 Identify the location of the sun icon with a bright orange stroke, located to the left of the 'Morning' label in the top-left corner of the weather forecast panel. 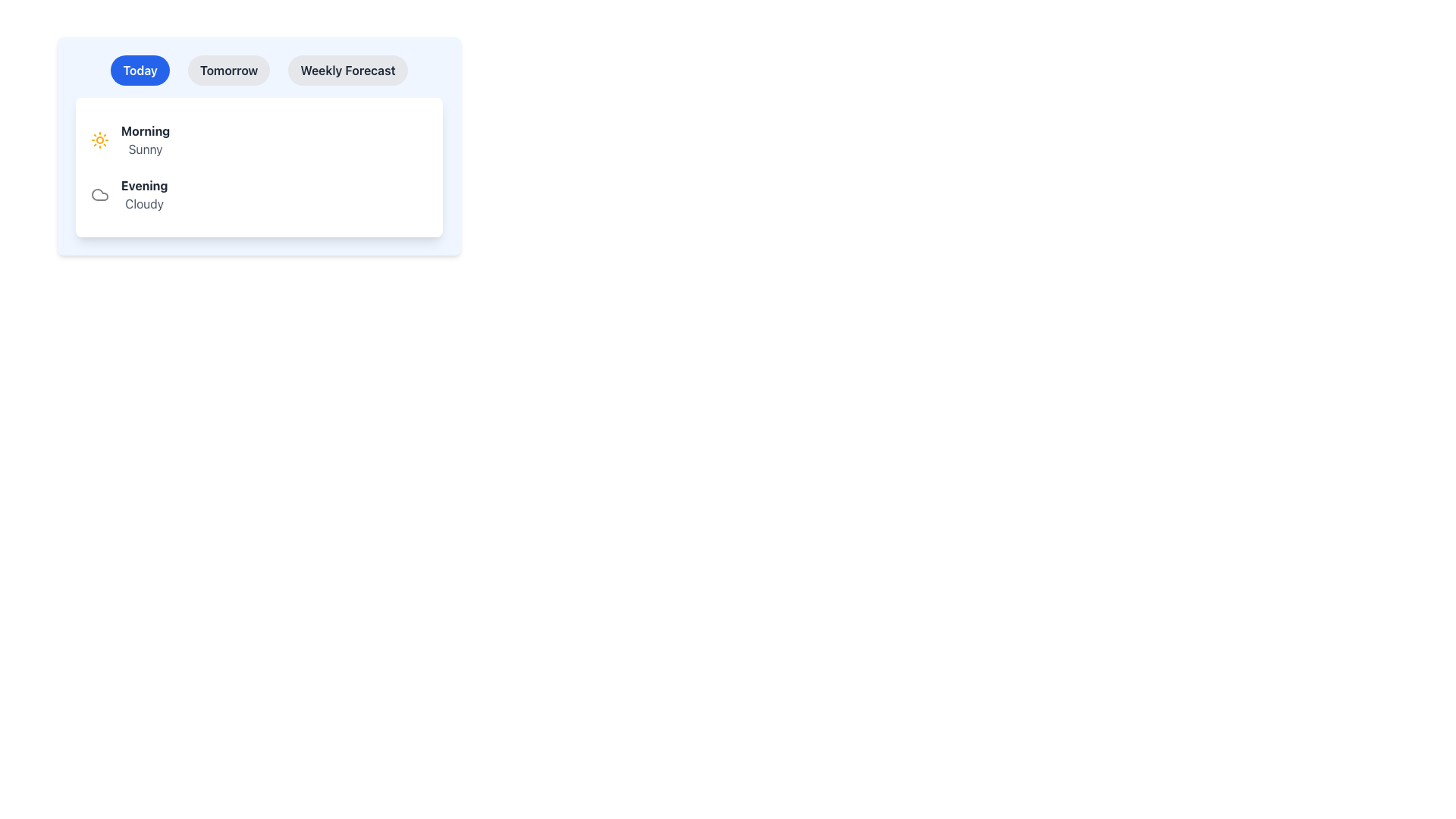
(99, 140).